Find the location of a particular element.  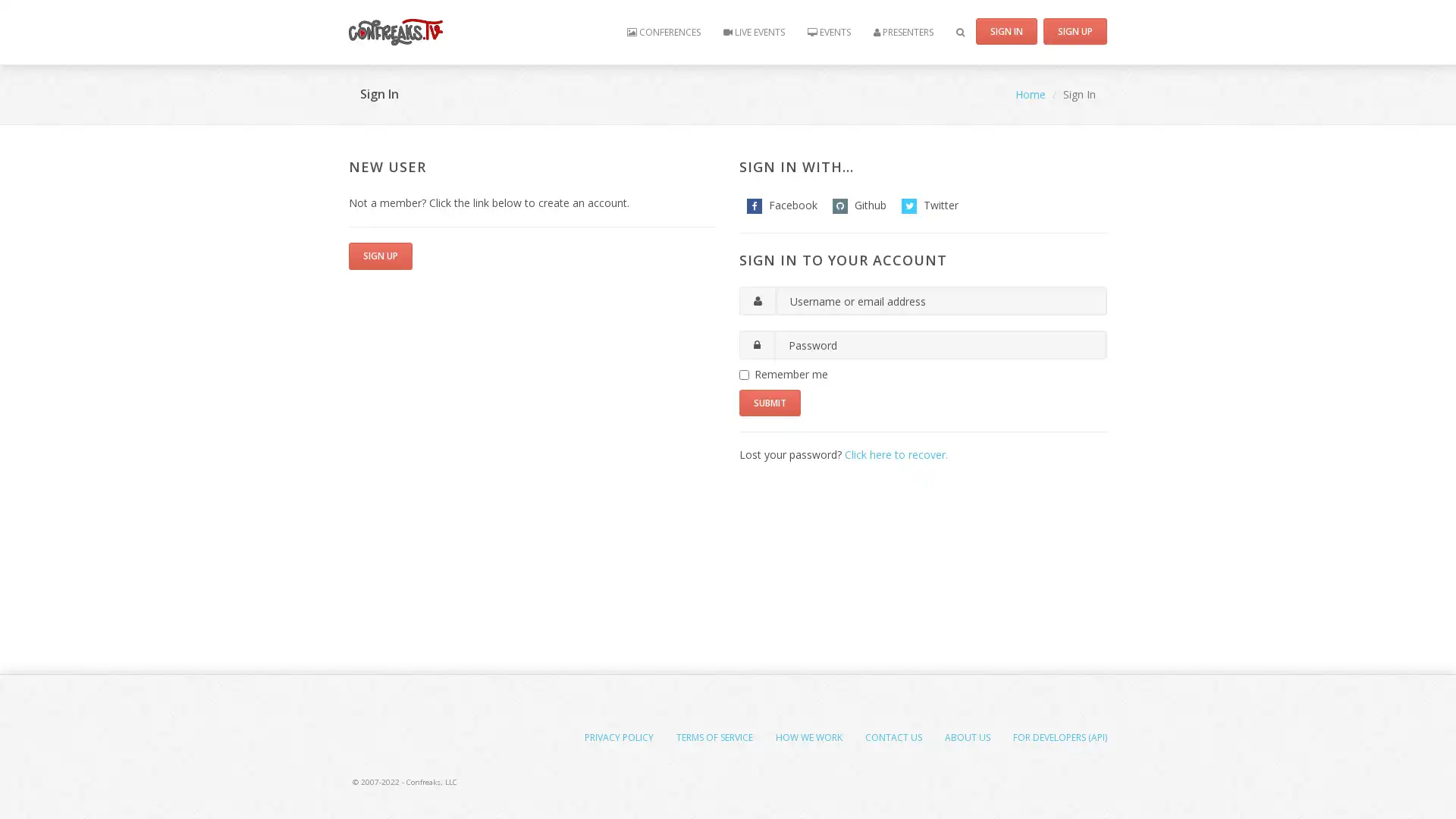

Submit is located at coordinates (770, 402).